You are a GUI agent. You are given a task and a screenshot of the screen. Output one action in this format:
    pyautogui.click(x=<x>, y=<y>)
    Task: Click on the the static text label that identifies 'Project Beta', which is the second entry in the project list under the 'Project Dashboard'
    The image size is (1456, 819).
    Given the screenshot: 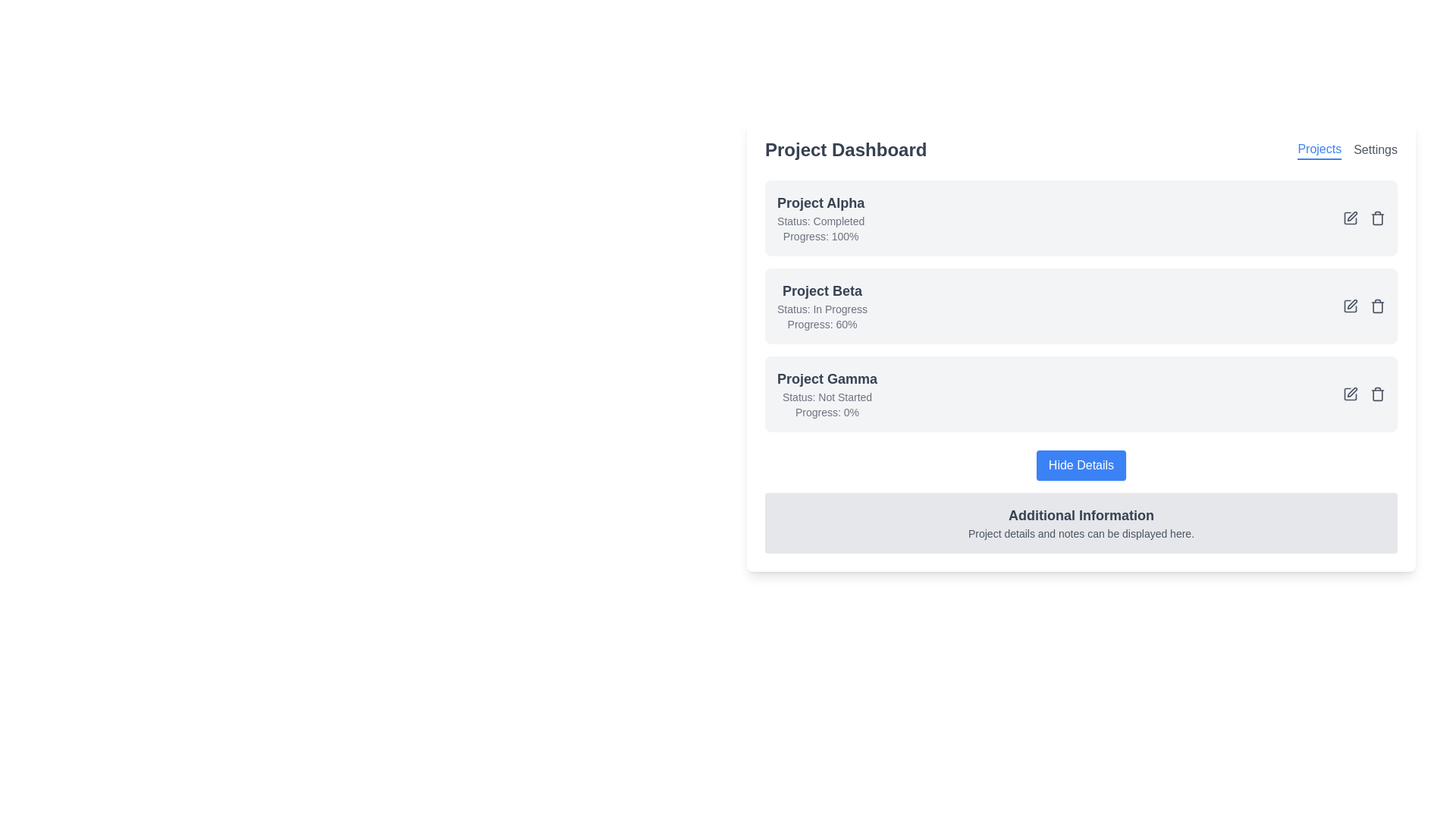 What is the action you would take?
    pyautogui.click(x=821, y=291)
    